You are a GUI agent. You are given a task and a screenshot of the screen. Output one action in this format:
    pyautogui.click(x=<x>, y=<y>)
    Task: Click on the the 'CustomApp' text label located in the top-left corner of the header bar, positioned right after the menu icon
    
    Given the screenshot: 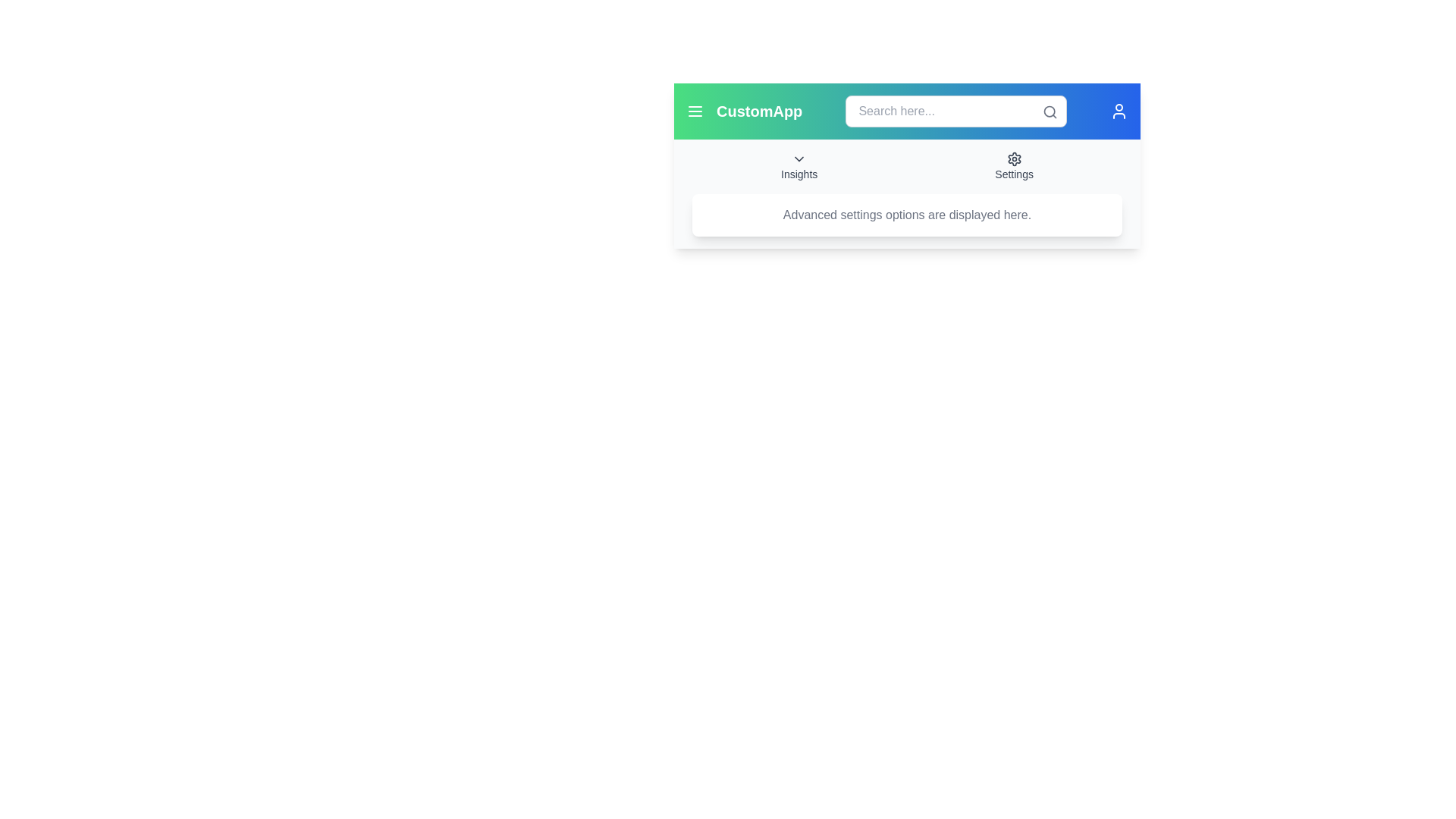 What is the action you would take?
    pyautogui.click(x=744, y=110)
    